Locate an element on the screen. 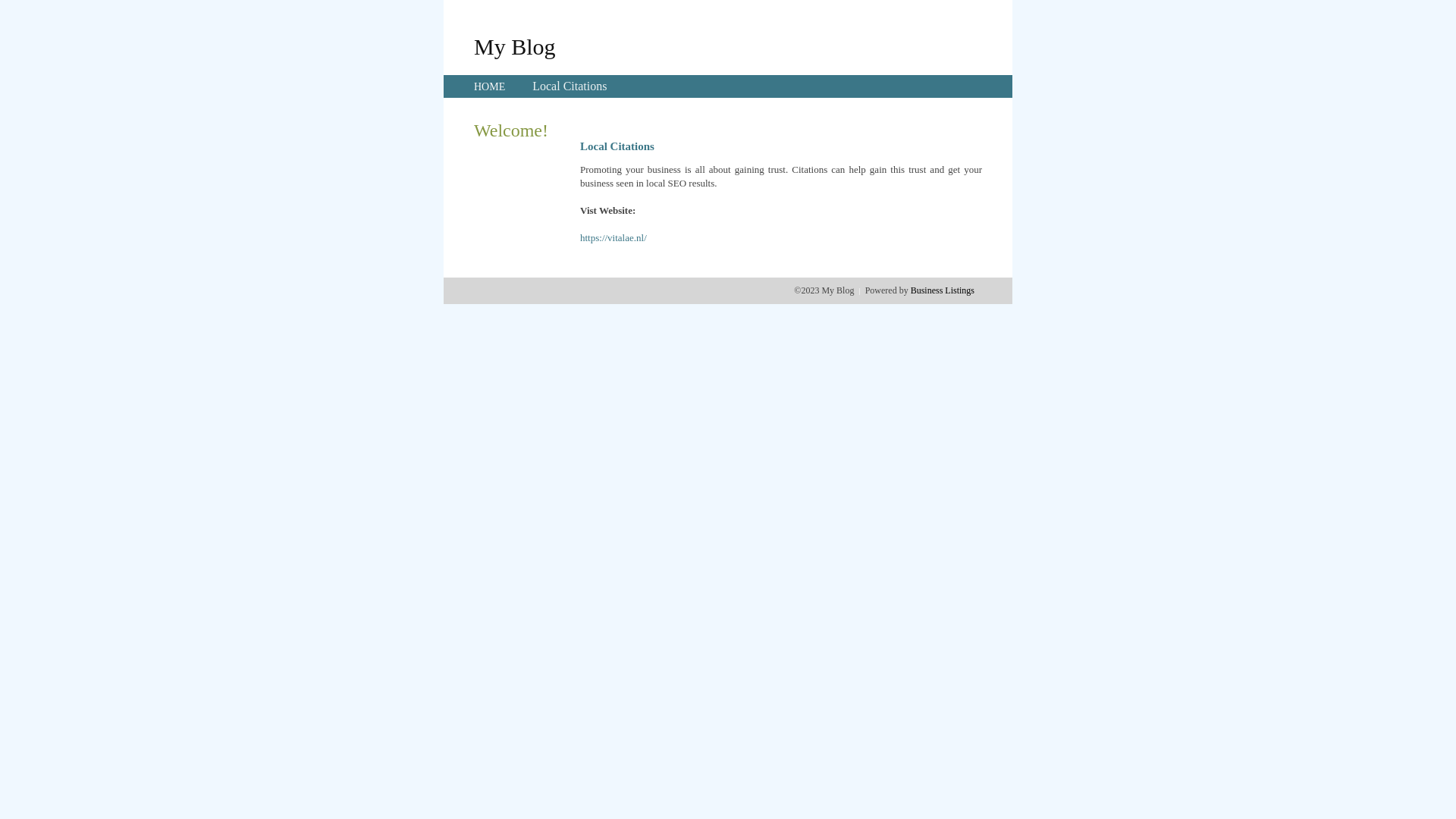  'HOME' is located at coordinates (489, 86).